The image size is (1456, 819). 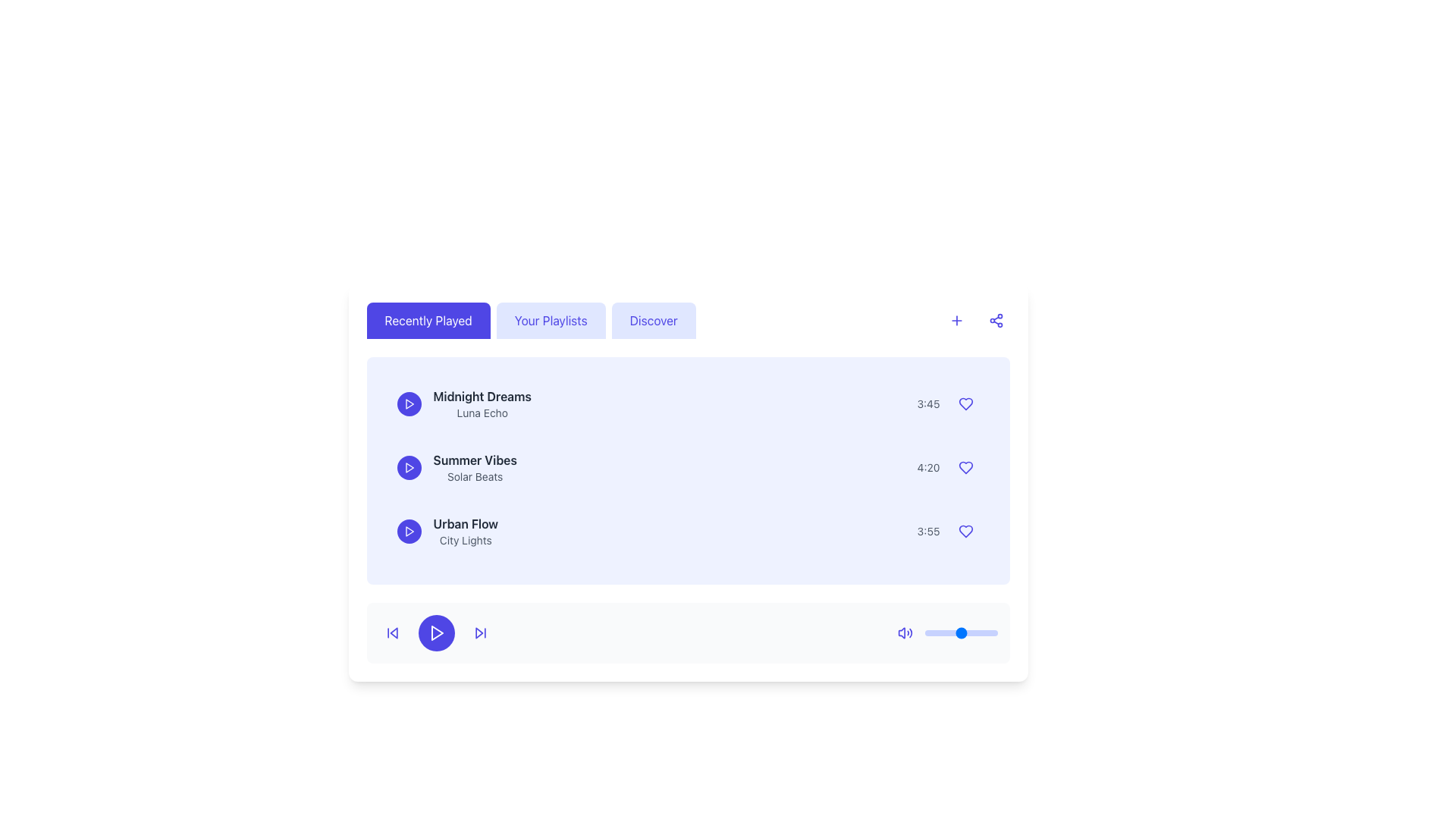 I want to click on the indigo speaker icon with sound waves located at the leftmost side of the control group in the bottom-right corner of the interface, so click(x=905, y=632).